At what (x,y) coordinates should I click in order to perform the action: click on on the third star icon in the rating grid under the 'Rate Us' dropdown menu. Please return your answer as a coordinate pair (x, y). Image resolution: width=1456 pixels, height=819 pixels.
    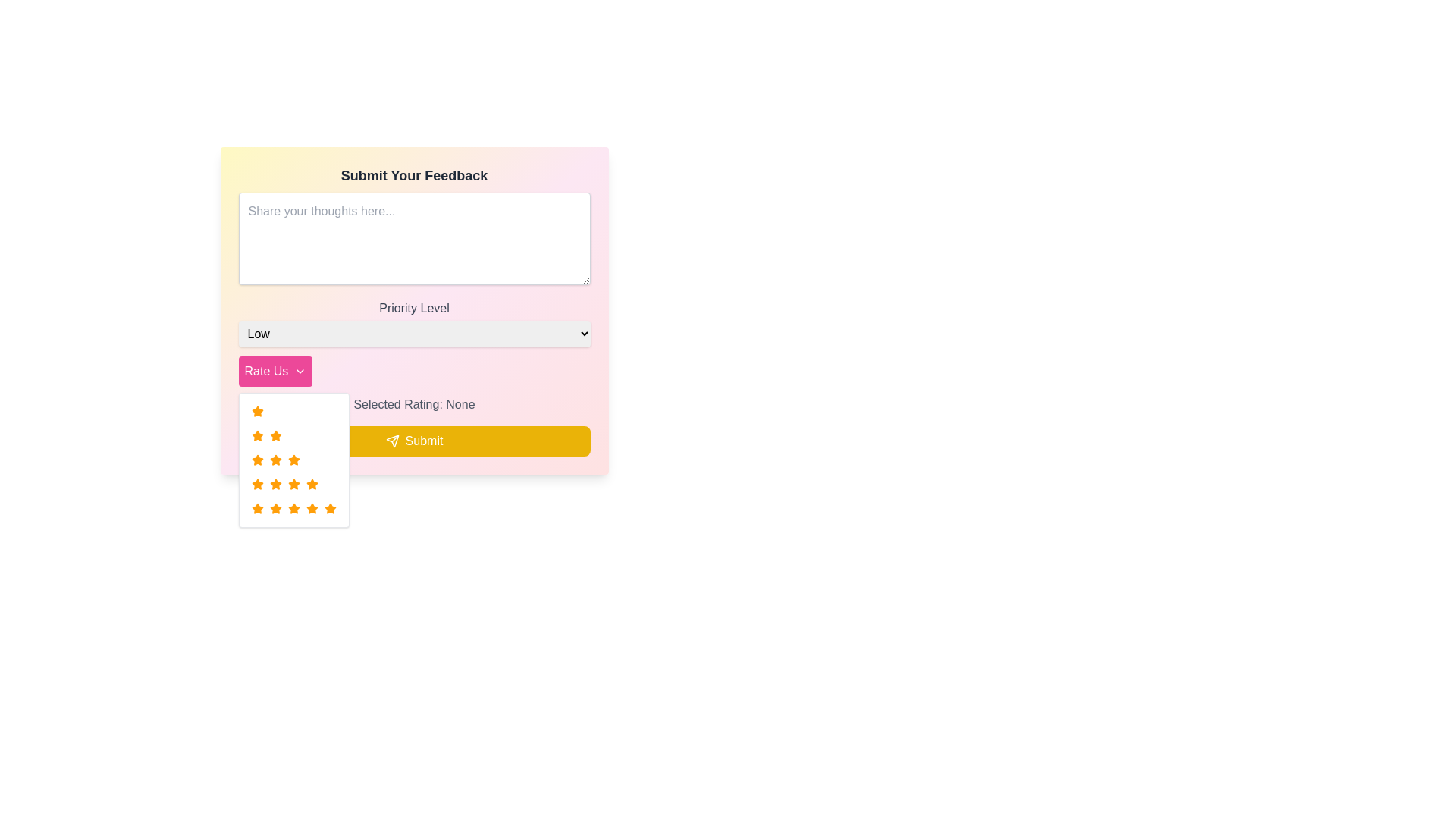
    Looking at the image, I should click on (257, 459).